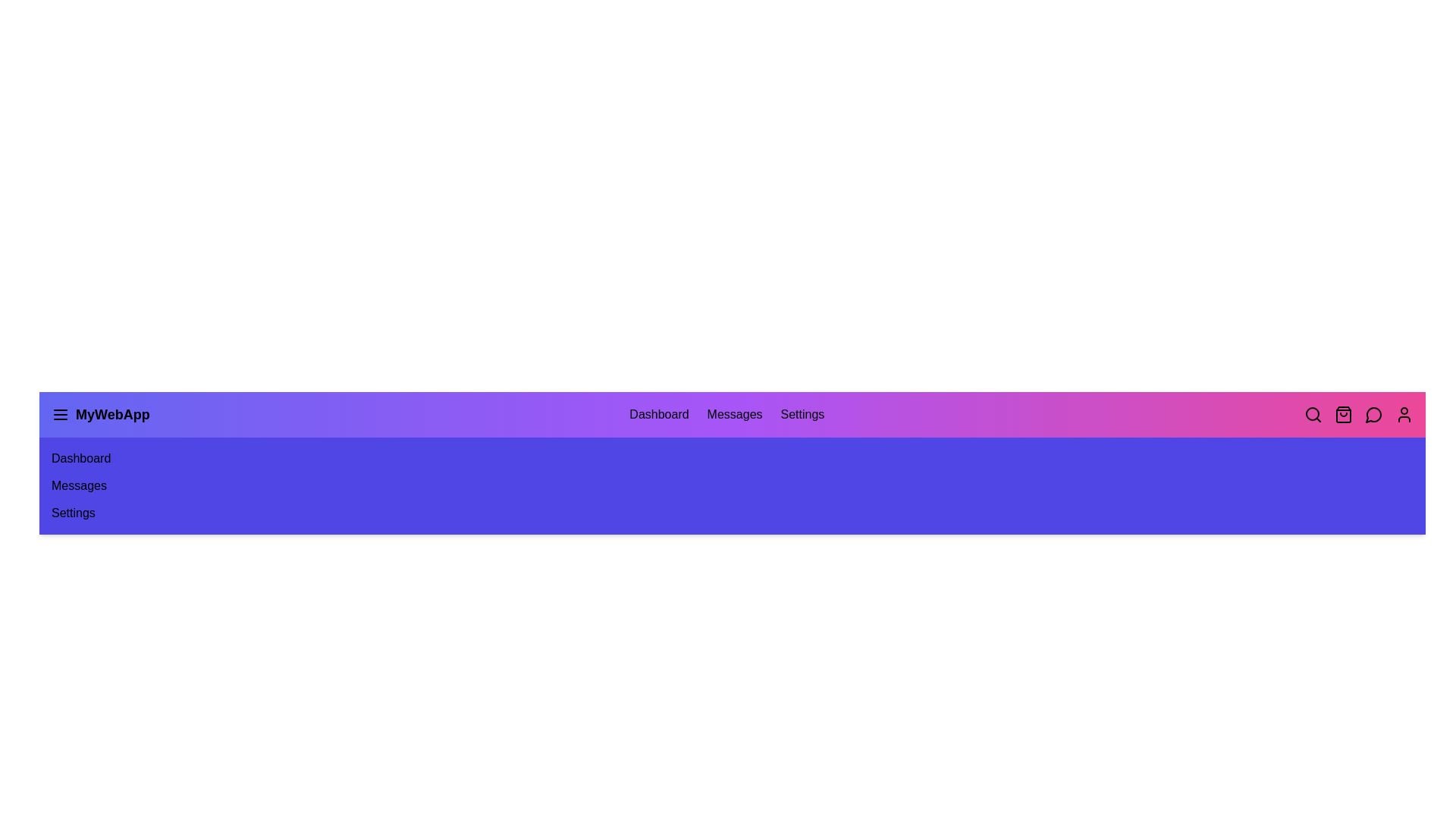  Describe the element at coordinates (802, 415) in the screenshot. I see `the menu item Settings to observe the hover effect` at that location.